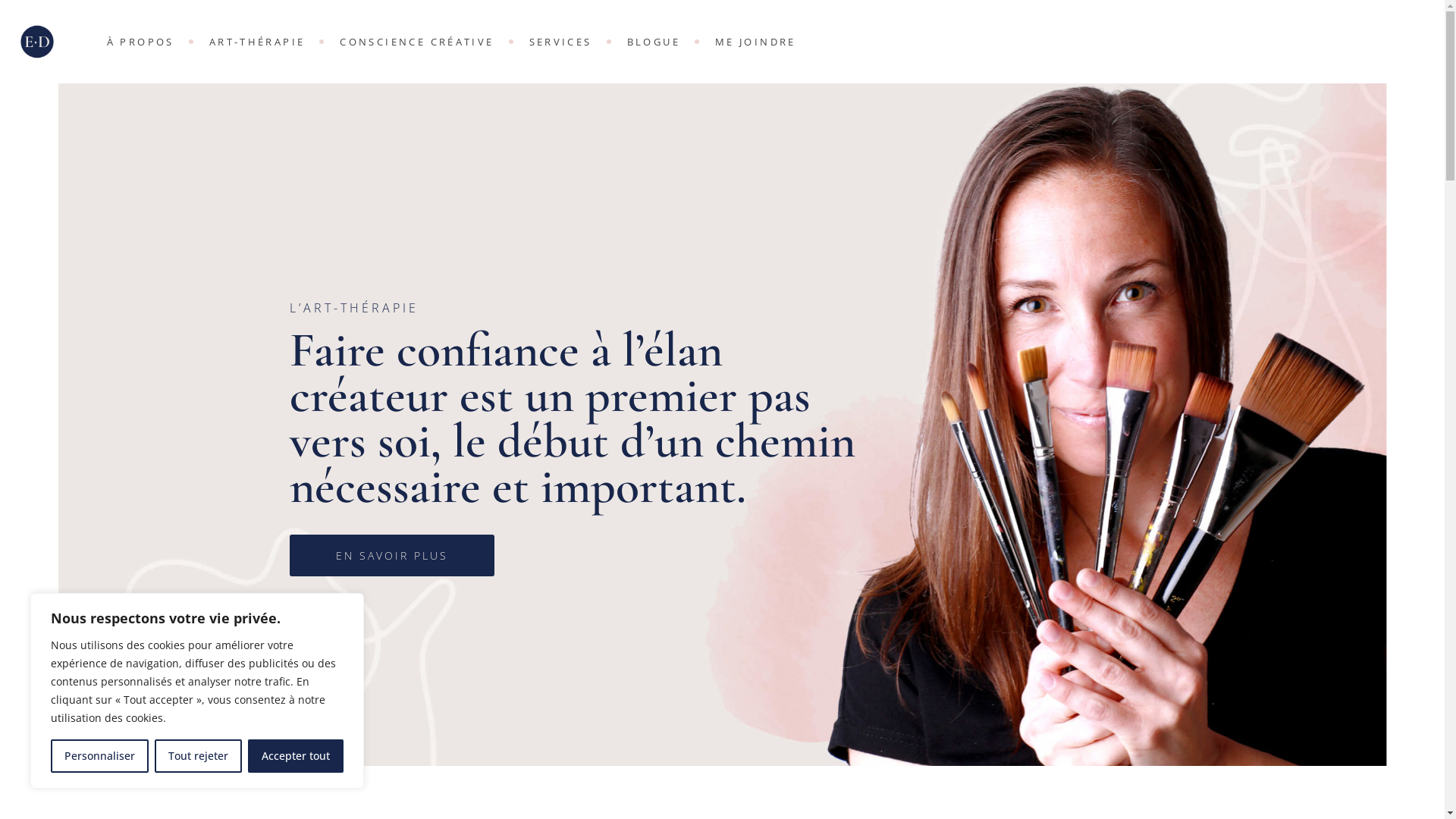 The image size is (1456, 819). Describe the element at coordinates (295, 755) in the screenshot. I see `'Accepter tout'` at that location.